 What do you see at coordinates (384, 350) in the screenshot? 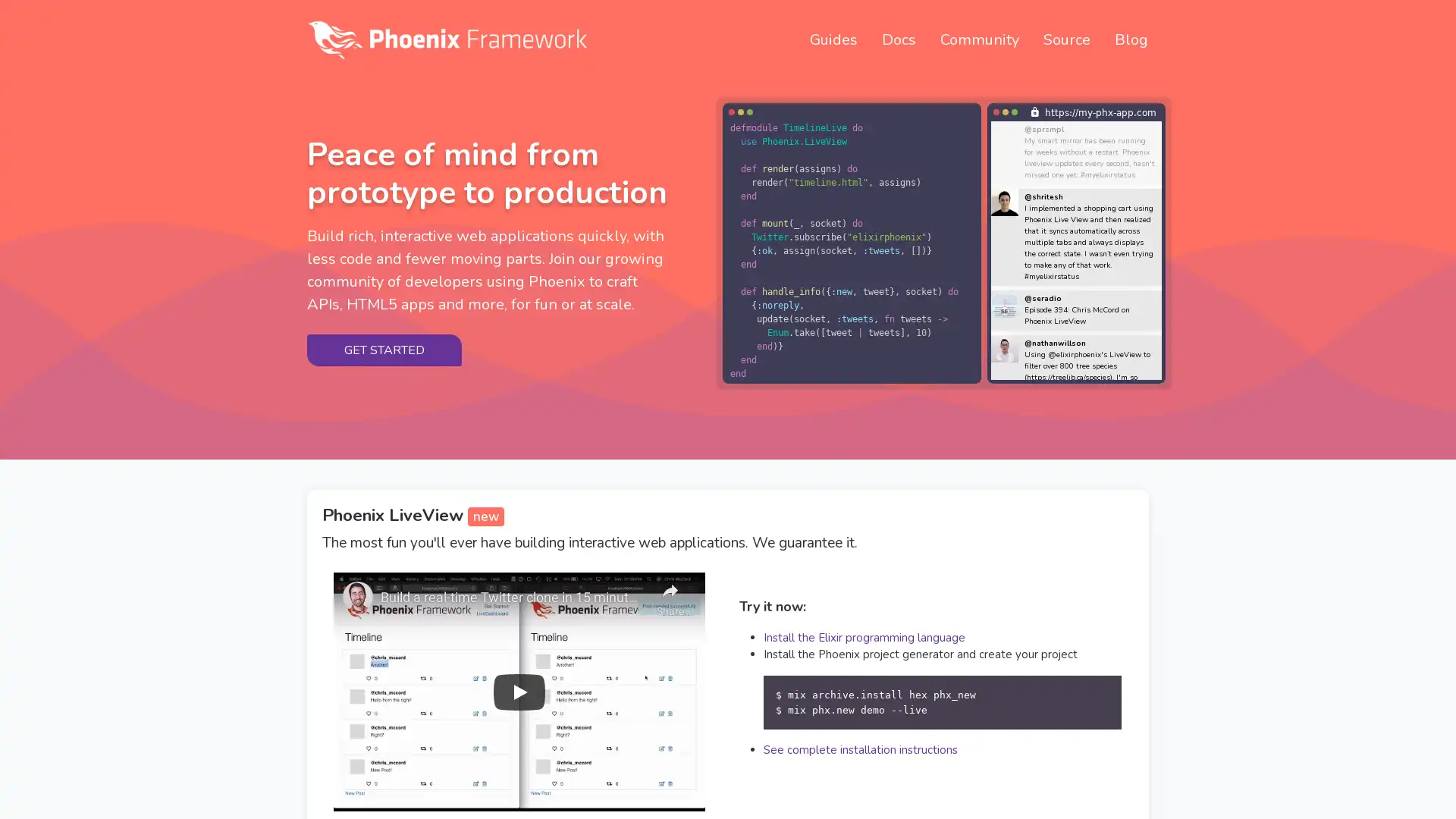
I see `GET STARTED` at bounding box center [384, 350].